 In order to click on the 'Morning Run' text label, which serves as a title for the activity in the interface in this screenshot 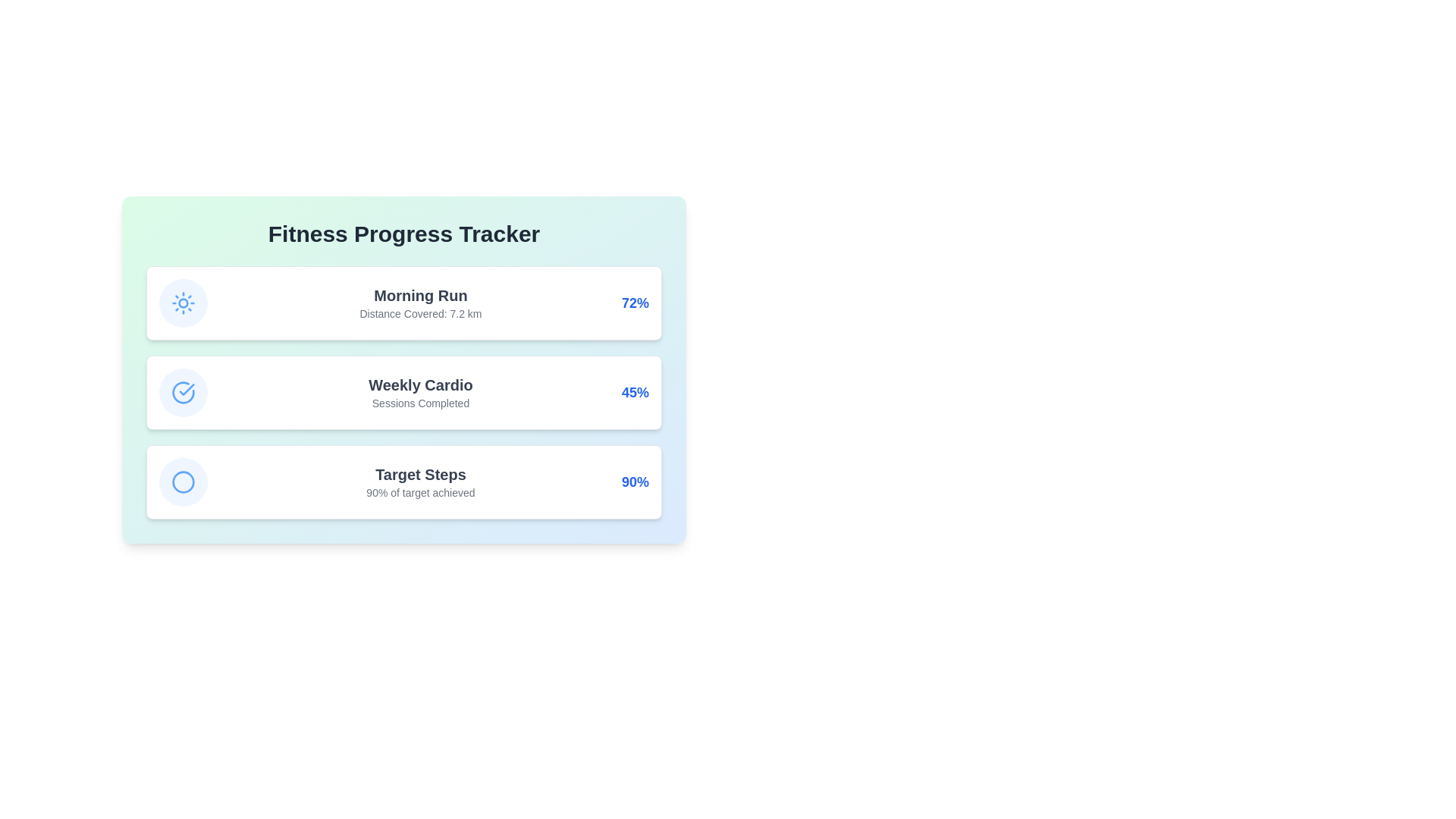, I will do `click(421, 295)`.